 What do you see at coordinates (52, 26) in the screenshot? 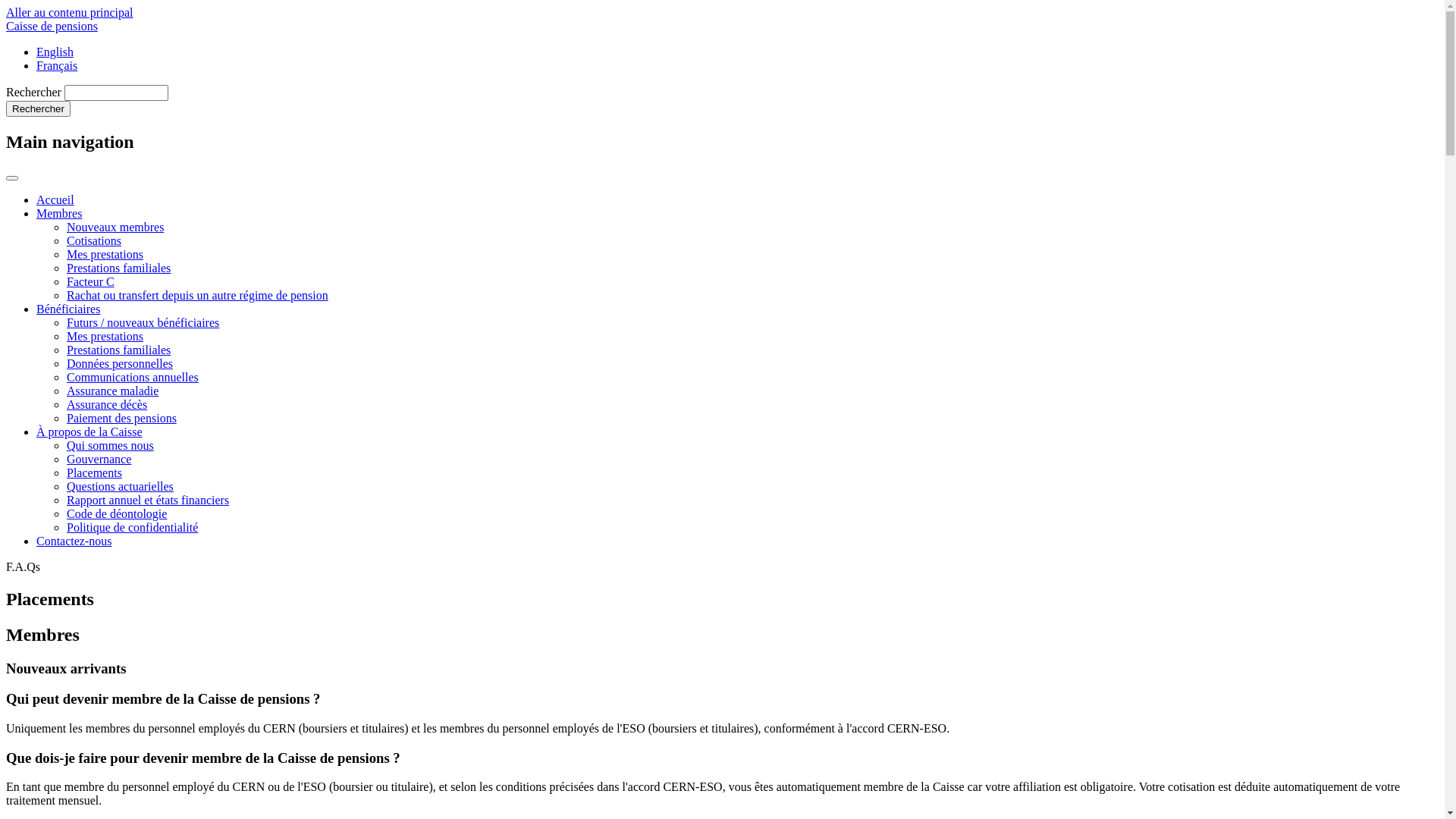
I see `'Caisse de pensions'` at bounding box center [52, 26].